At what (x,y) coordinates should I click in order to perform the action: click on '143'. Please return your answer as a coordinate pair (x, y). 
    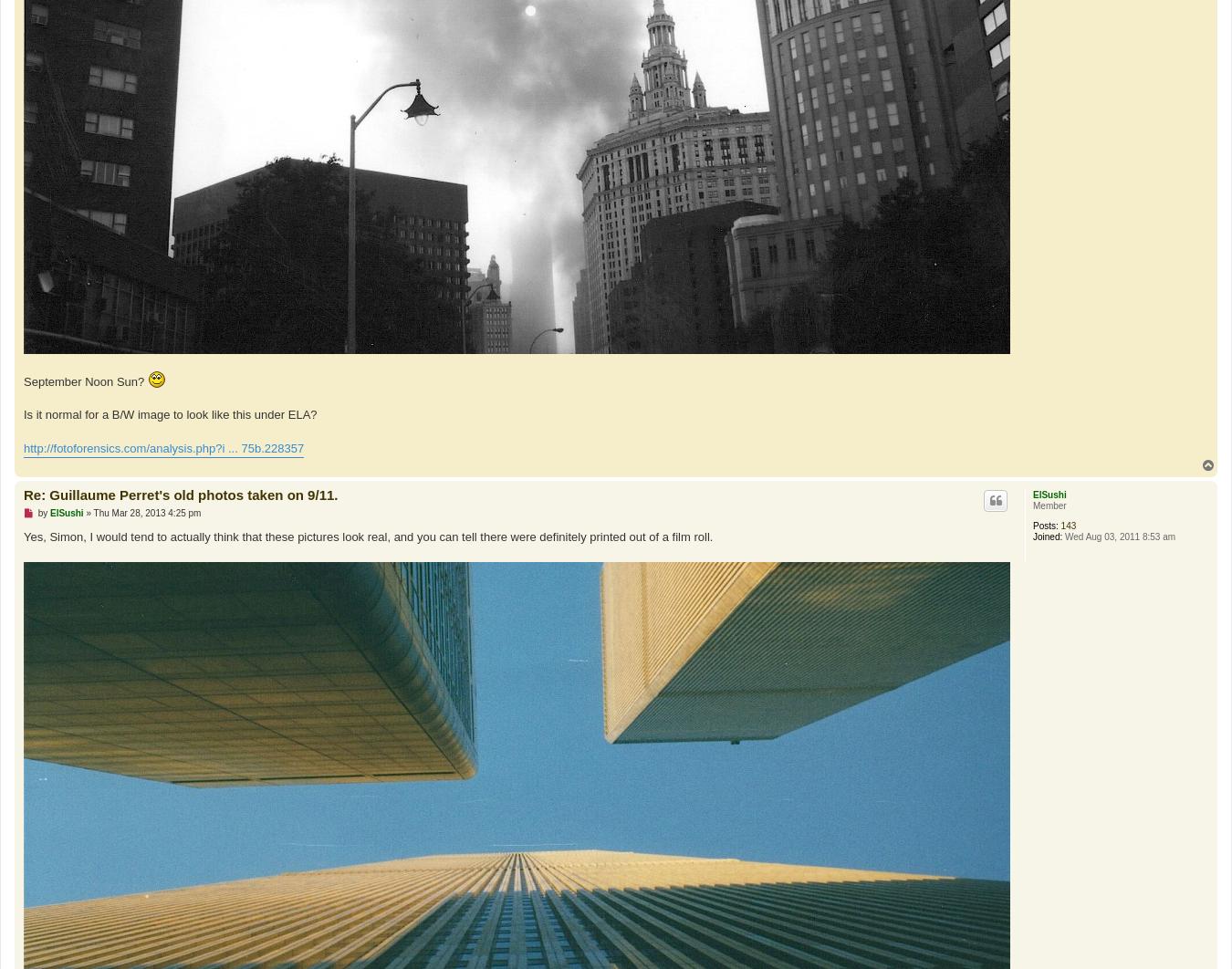
    Looking at the image, I should click on (1067, 525).